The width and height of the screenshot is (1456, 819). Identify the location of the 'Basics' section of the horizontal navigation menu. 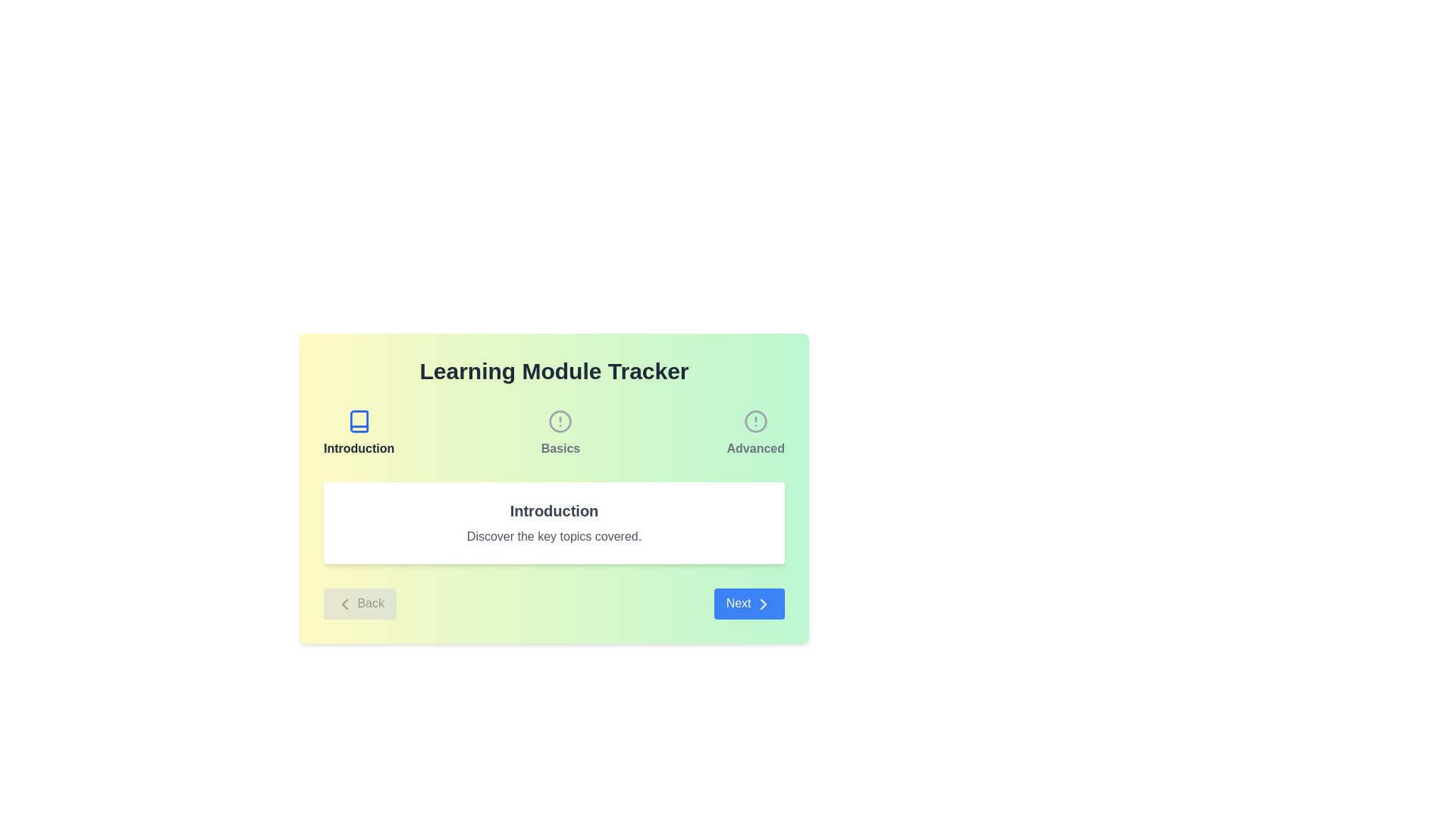
(553, 433).